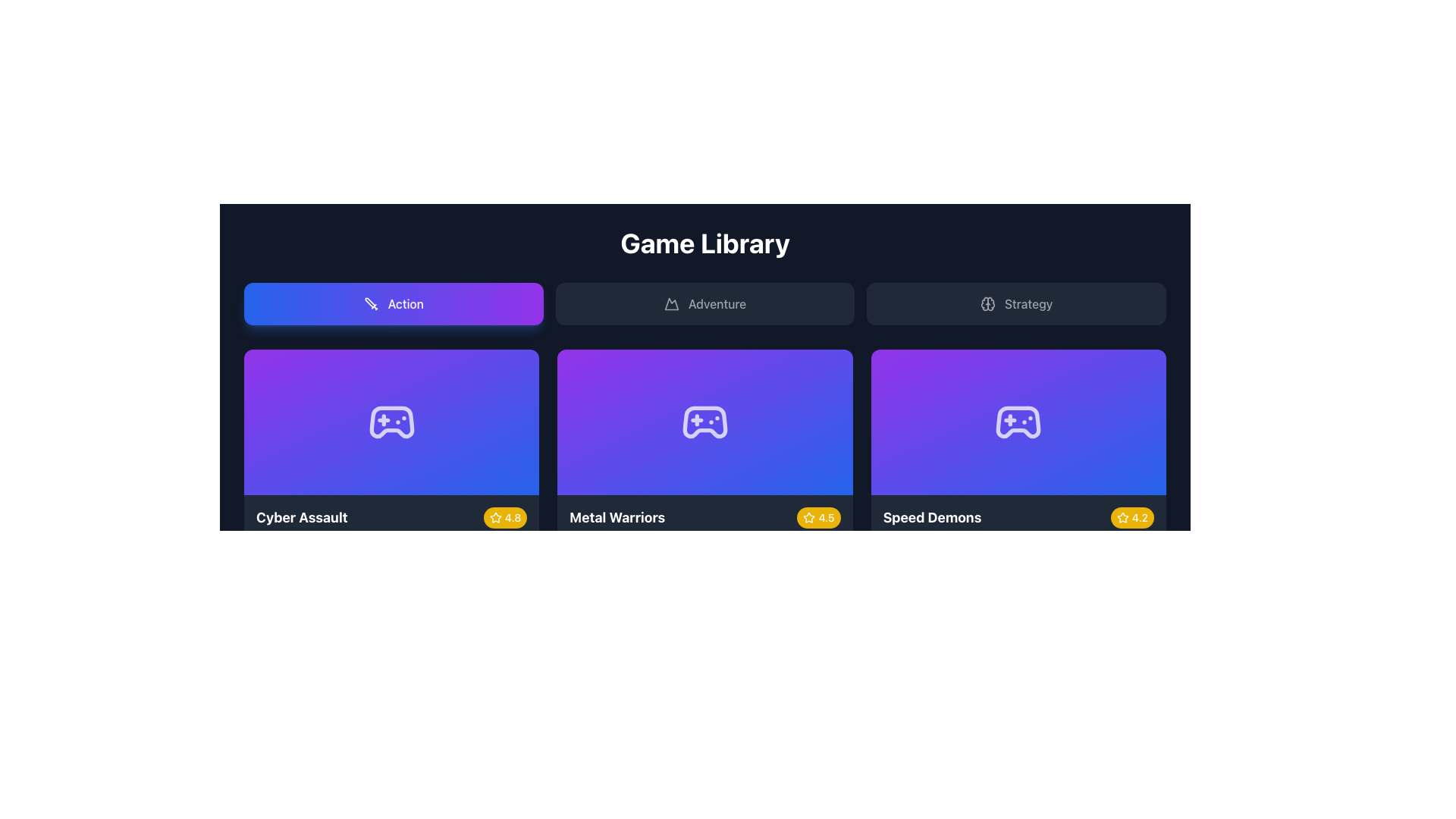 The width and height of the screenshot is (1456, 819). I want to click on rating value displayed on the badge indicating a score of 4.2 for the item 'Speed Demons', located in the bottom-right corner of its card, so click(1132, 516).